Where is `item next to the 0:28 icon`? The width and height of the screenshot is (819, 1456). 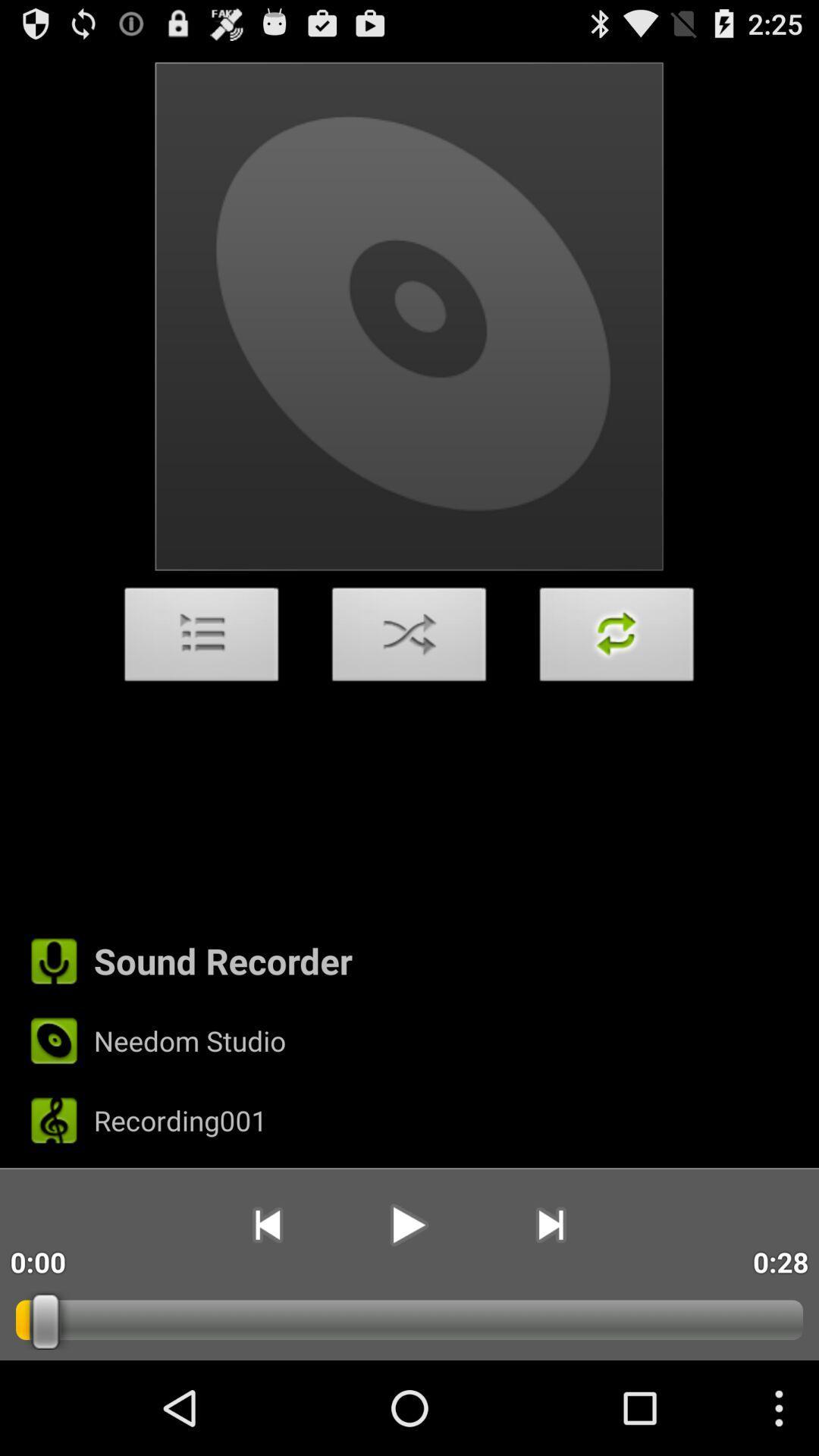
item next to the 0:28 icon is located at coordinates (551, 1225).